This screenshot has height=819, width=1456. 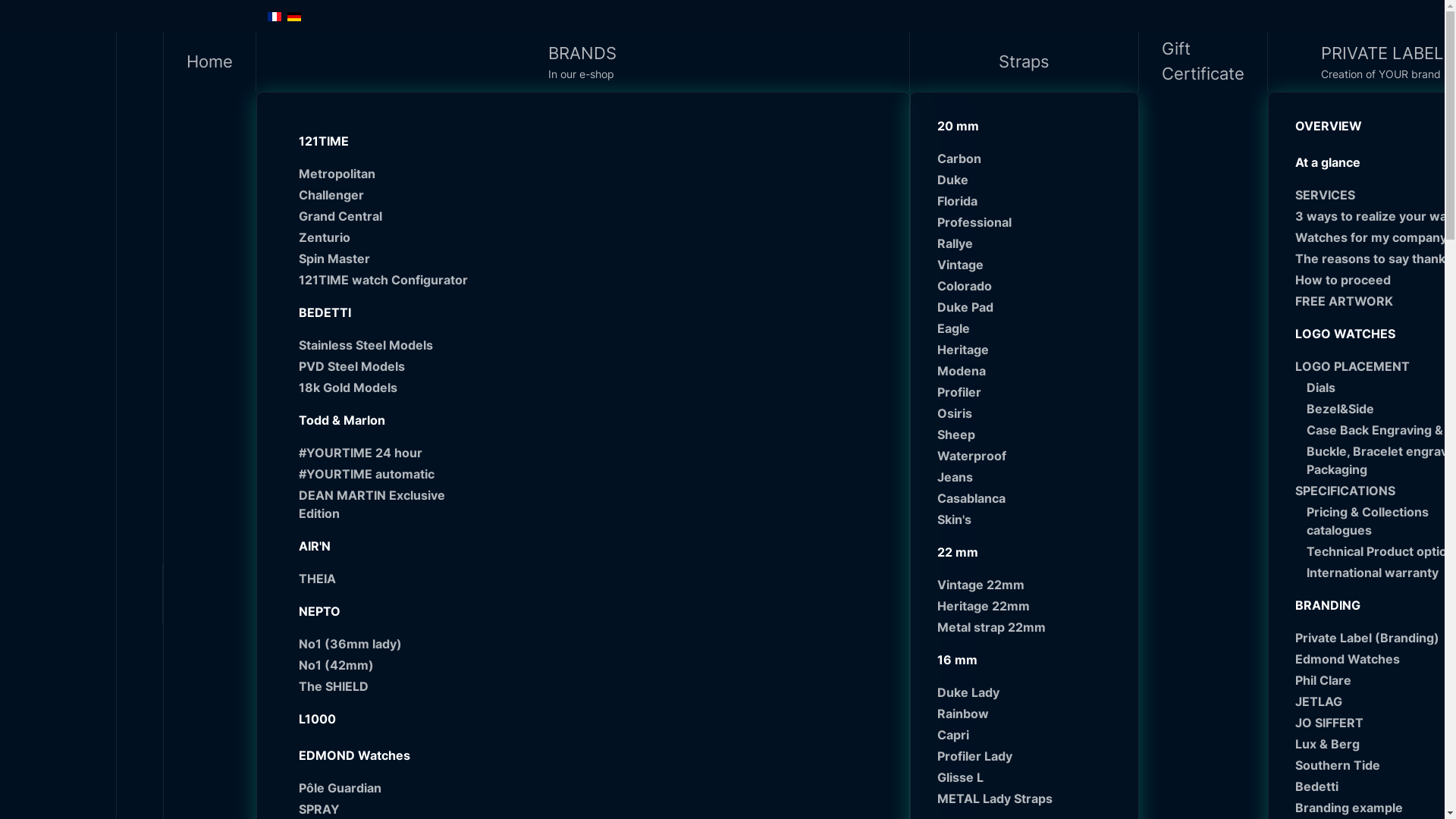 What do you see at coordinates (384, 194) in the screenshot?
I see `'Challenger'` at bounding box center [384, 194].